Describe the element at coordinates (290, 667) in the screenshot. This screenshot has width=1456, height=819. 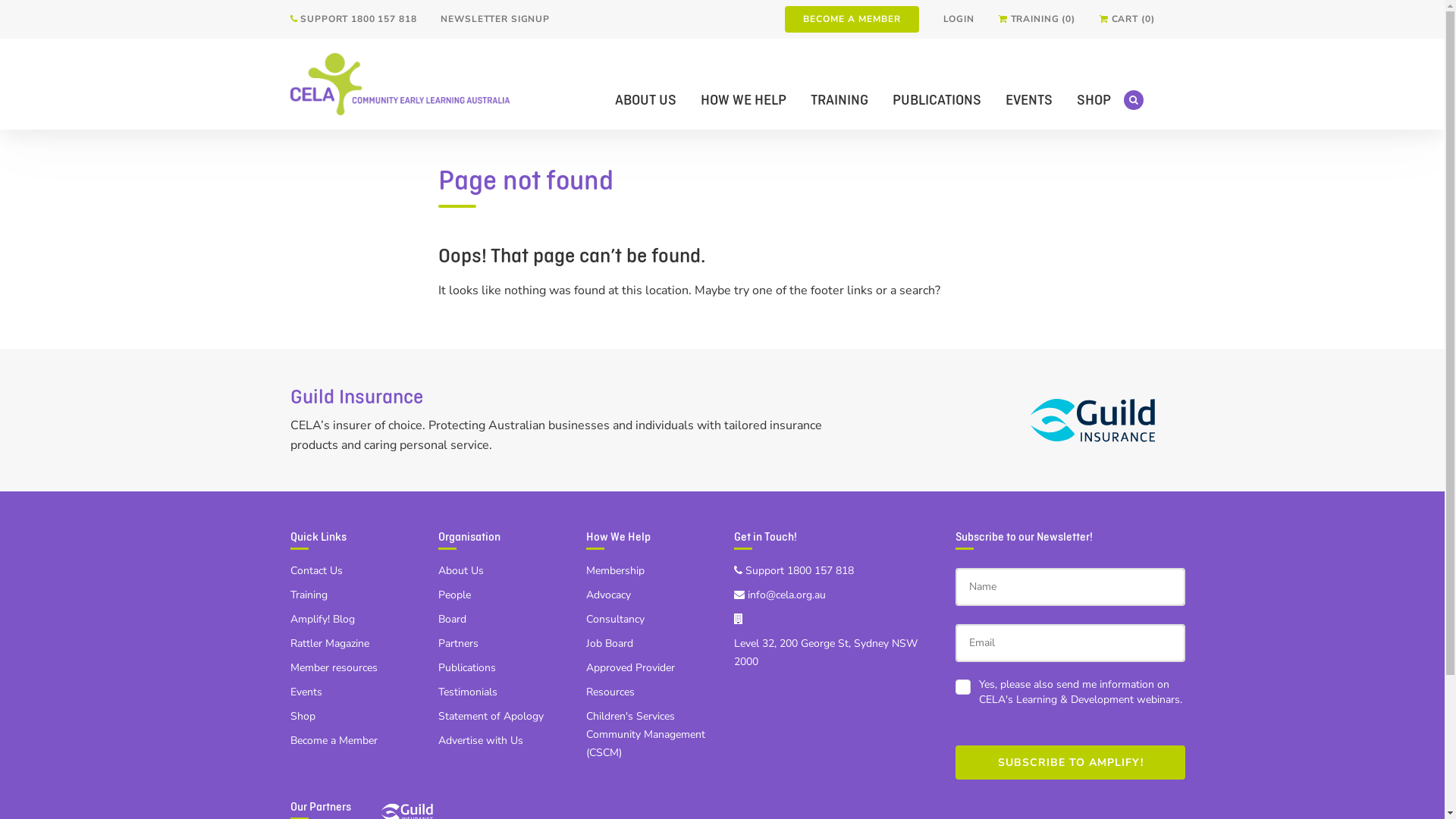
I see `'Member resources'` at that location.